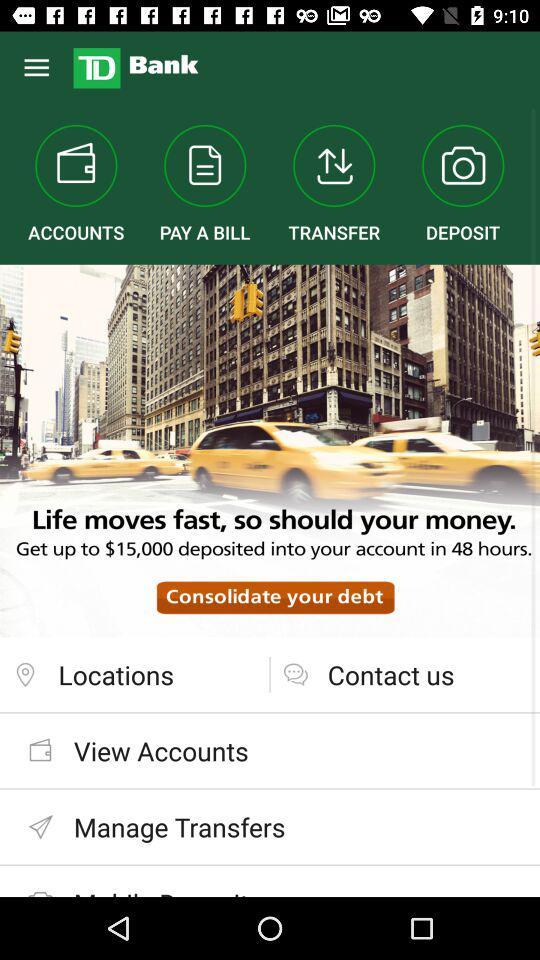  Describe the element at coordinates (270, 451) in the screenshot. I see `the icon above the locations icon` at that location.